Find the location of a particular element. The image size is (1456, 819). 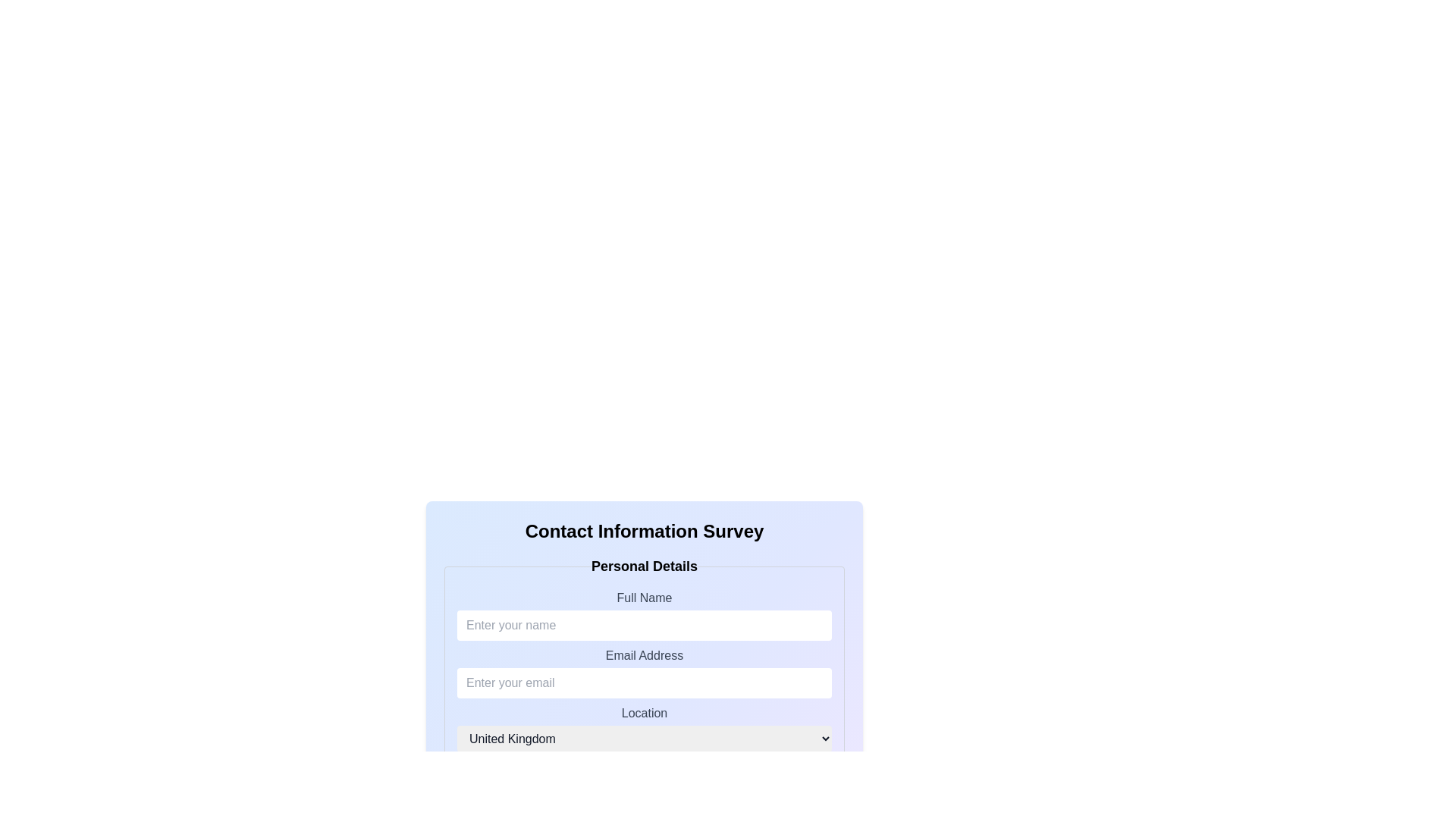

a country from the dropdown menu labeled 'Location' located in the 'Personal Details' section, which has a gray background and a black downward-facing arrow icon is located at coordinates (644, 727).